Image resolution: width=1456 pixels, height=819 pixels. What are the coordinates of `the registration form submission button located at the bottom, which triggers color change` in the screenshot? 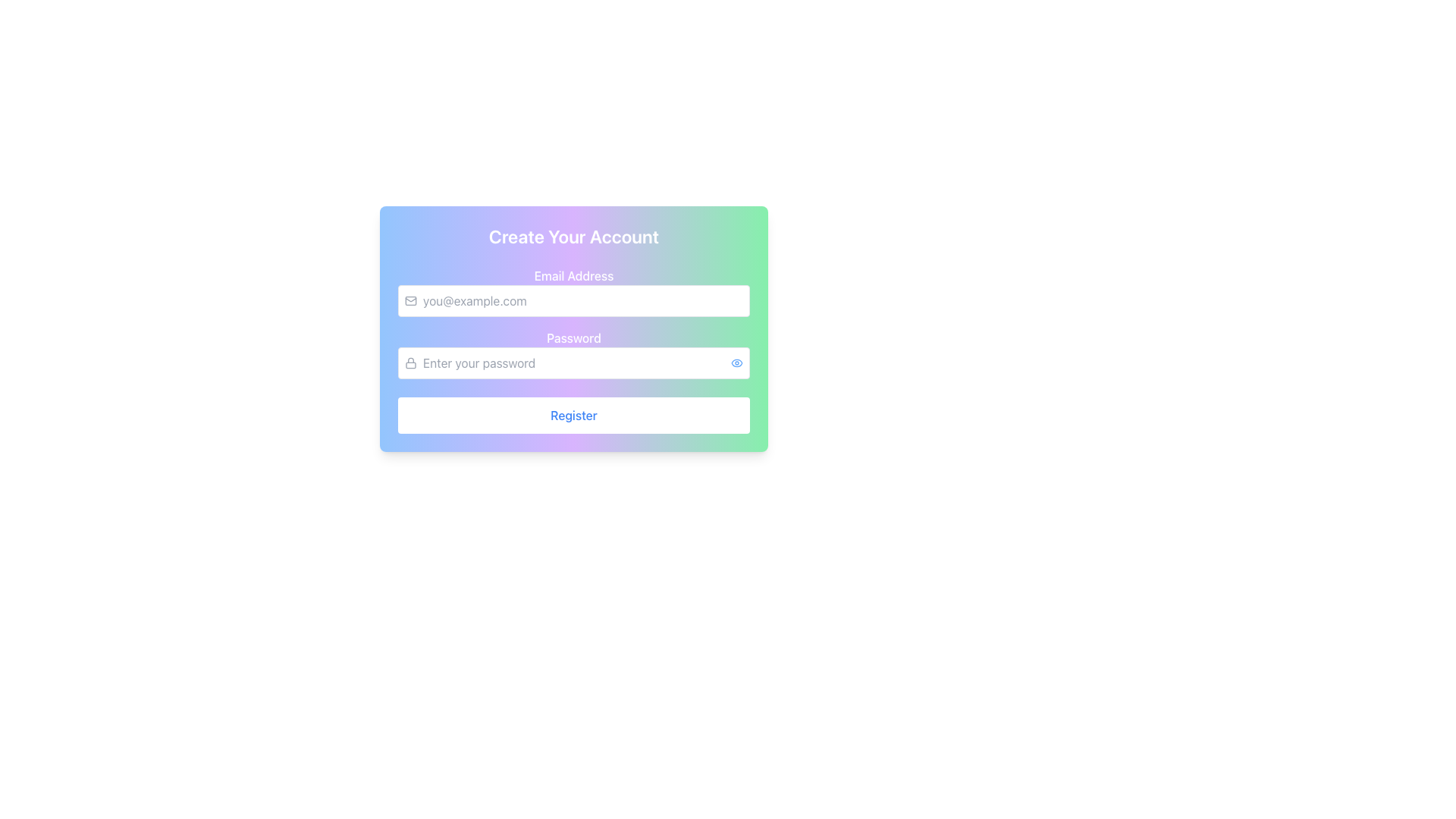 It's located at (573, 415).